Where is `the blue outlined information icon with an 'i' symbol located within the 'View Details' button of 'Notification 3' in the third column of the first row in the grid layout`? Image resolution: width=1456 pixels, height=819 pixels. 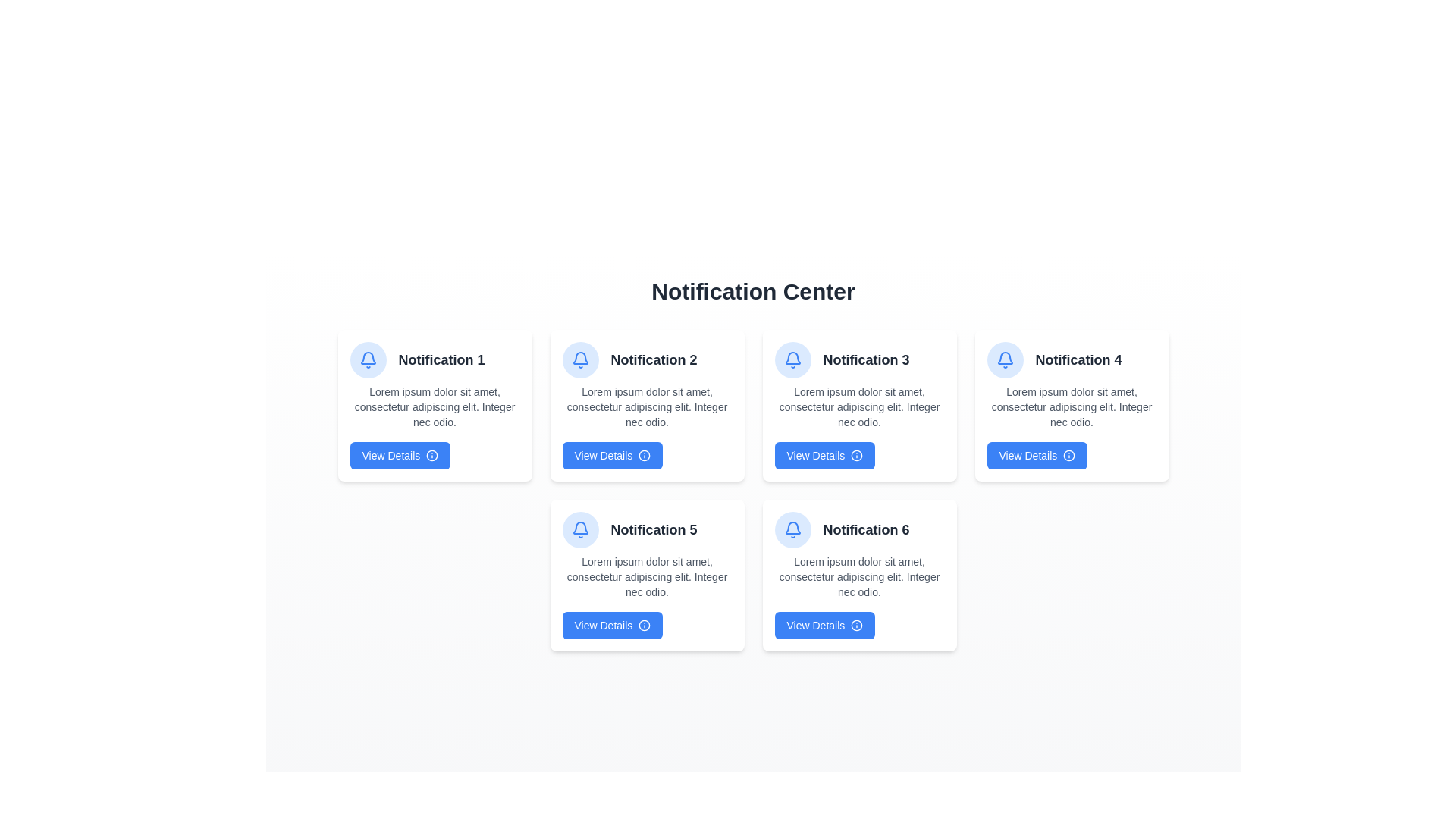 the blue outlined information icon with an 'i' symbol located within the 'View Details' button of 'Notification 3' in the third column of the first row in the grid layout is located at coordinates (856, 455).